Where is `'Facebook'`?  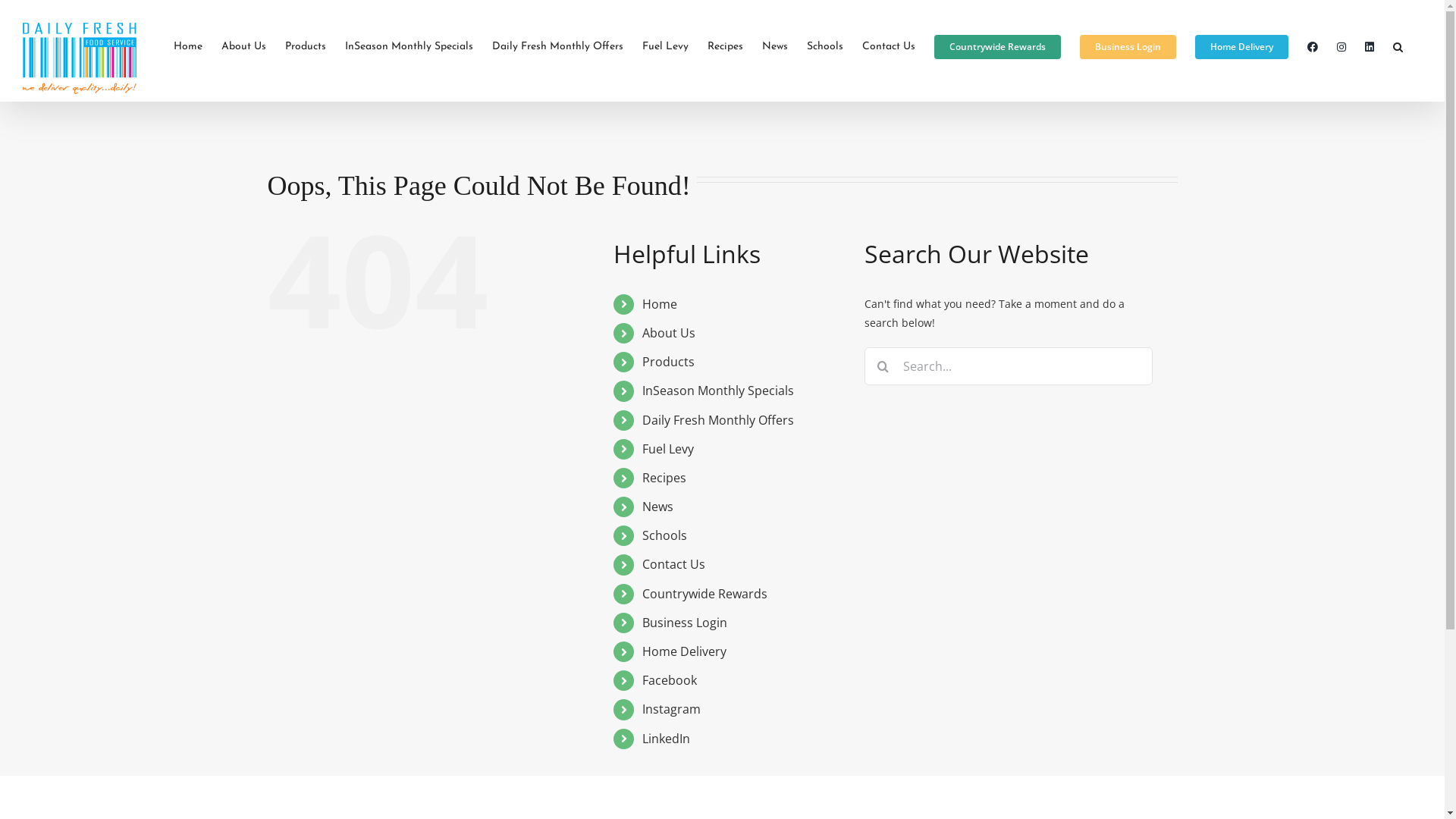
'Facebook' is located at coordinates (669, 679).